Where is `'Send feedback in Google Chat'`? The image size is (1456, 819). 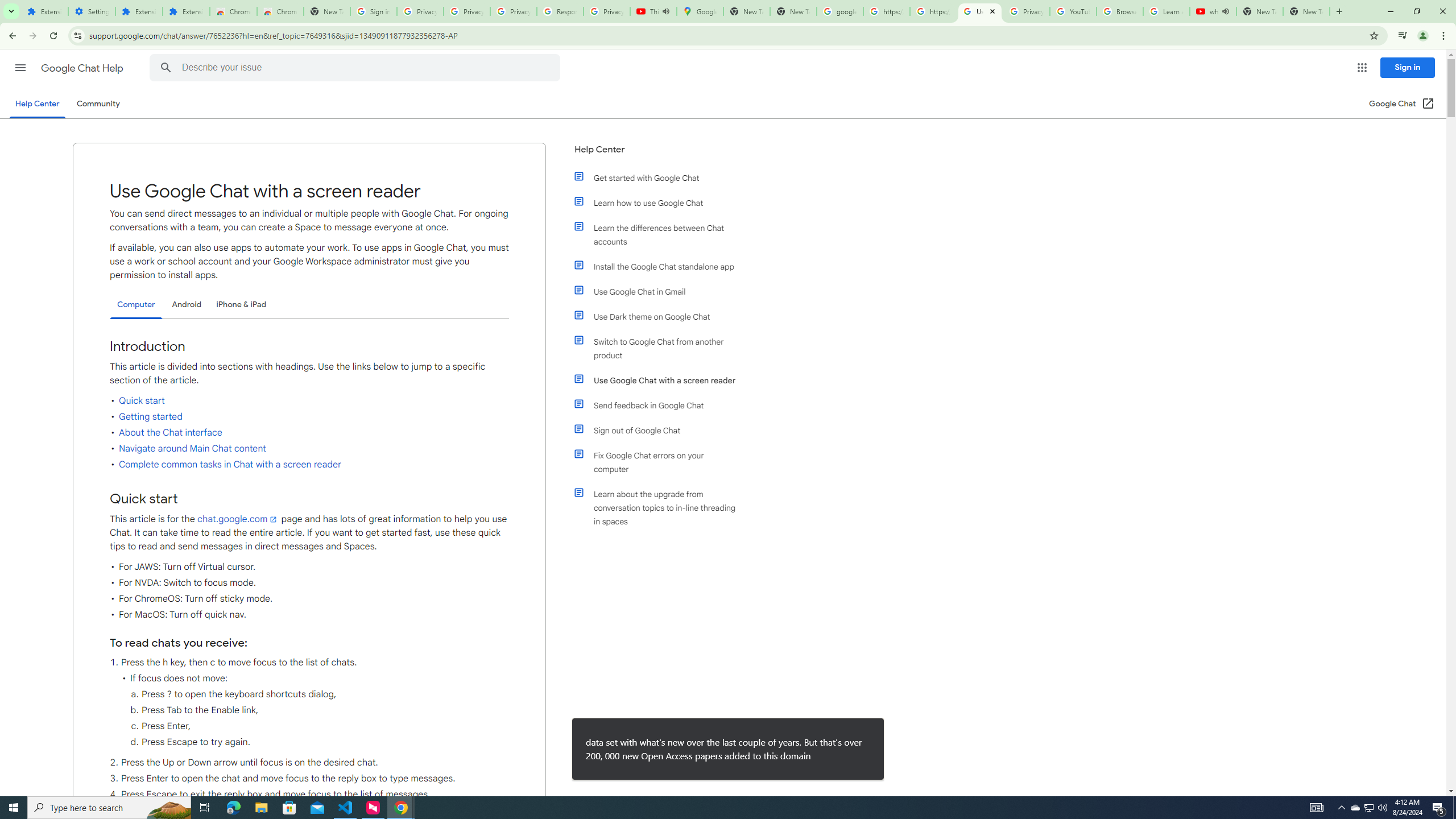
'Send feedback in Google Chat' is located at coordinates (661, 405).